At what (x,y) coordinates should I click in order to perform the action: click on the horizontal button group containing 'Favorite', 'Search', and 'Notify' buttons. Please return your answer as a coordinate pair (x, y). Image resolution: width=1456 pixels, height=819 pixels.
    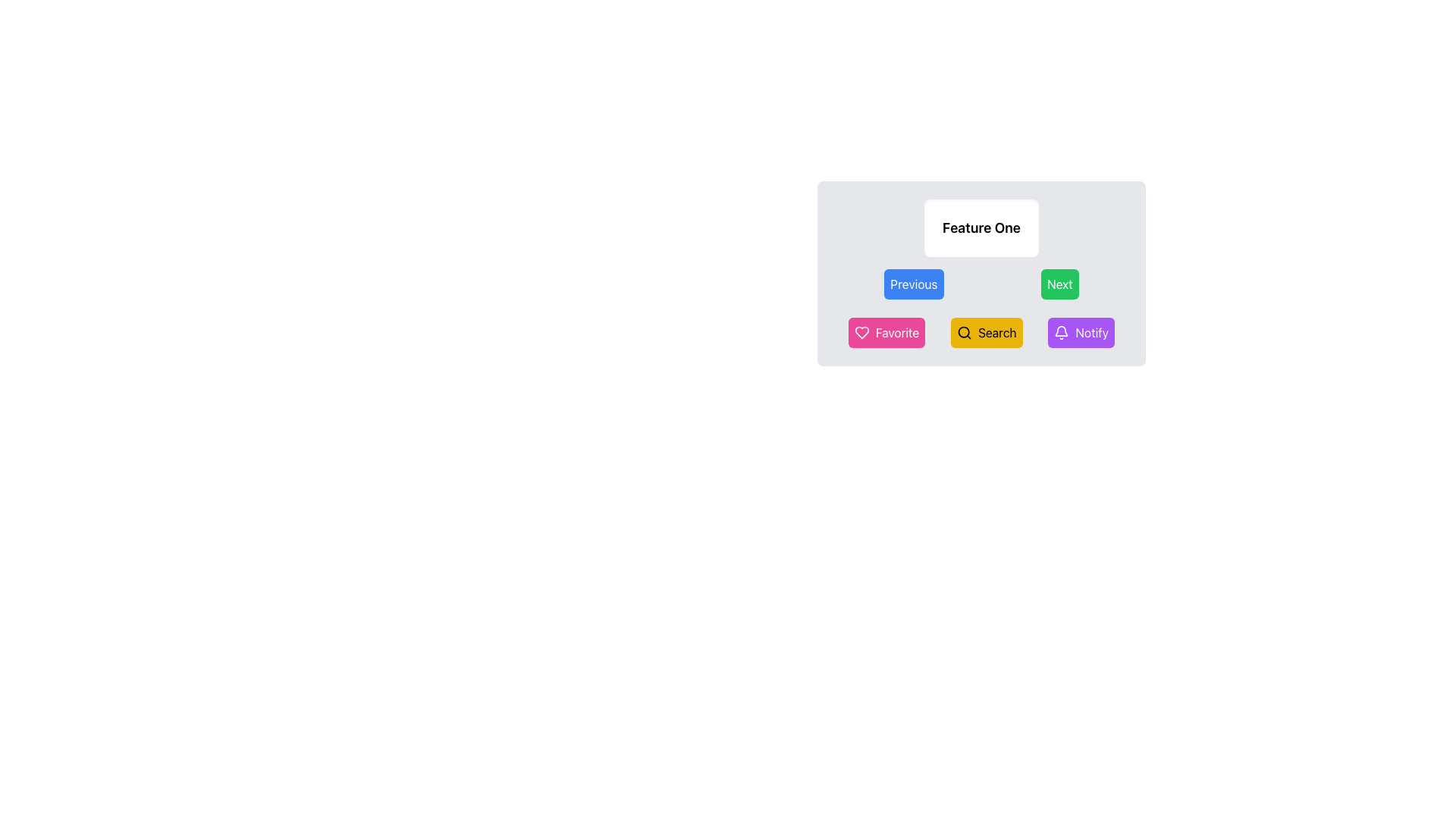
    Looking at the image, I should click on (981, 332).